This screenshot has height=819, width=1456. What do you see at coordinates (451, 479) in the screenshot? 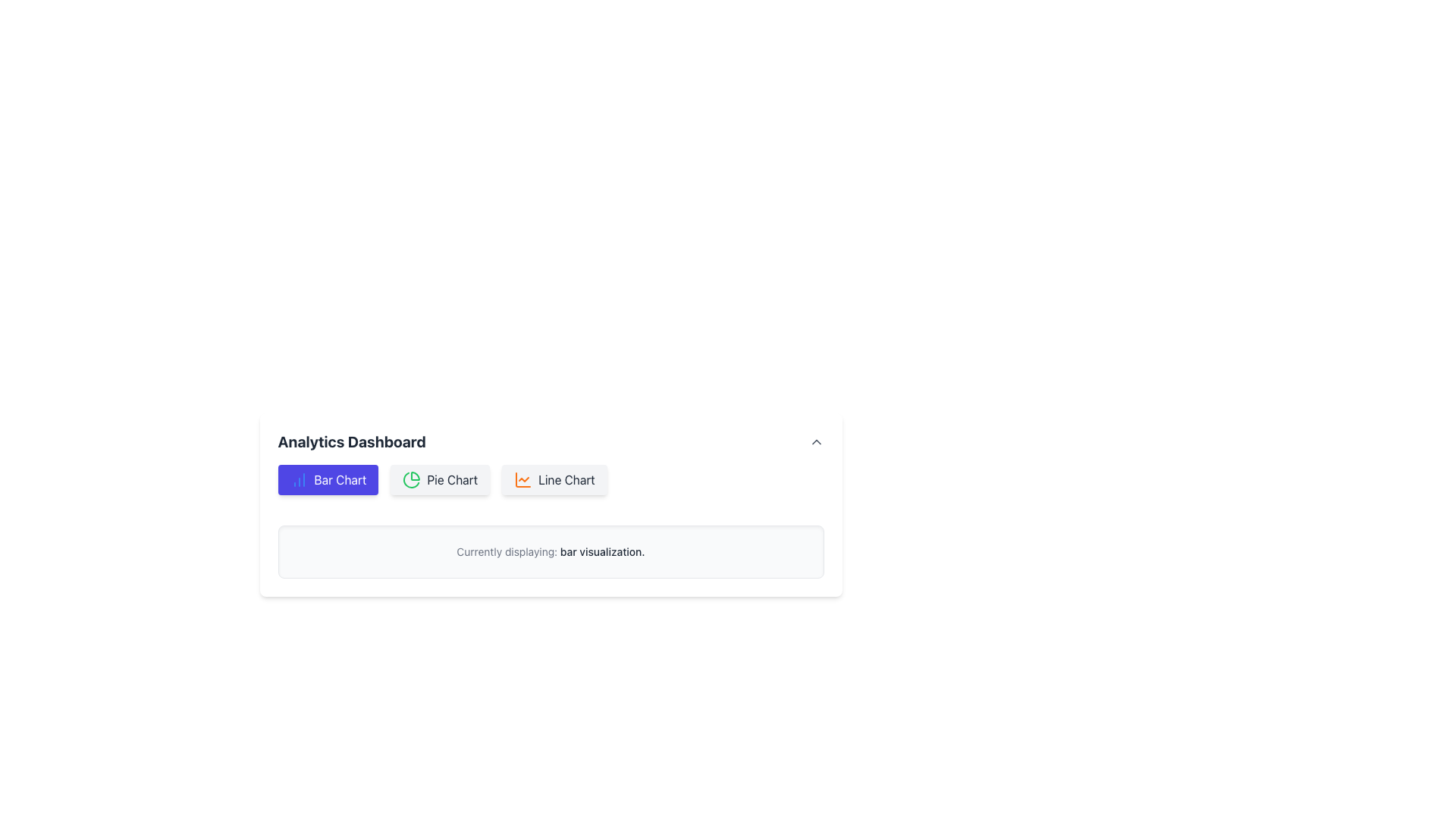
I see `the Text label representing the 'Pie Chart' option in the chart selection row under the 'Analytics Dashboard' heading` at bounding box center [451, 479].